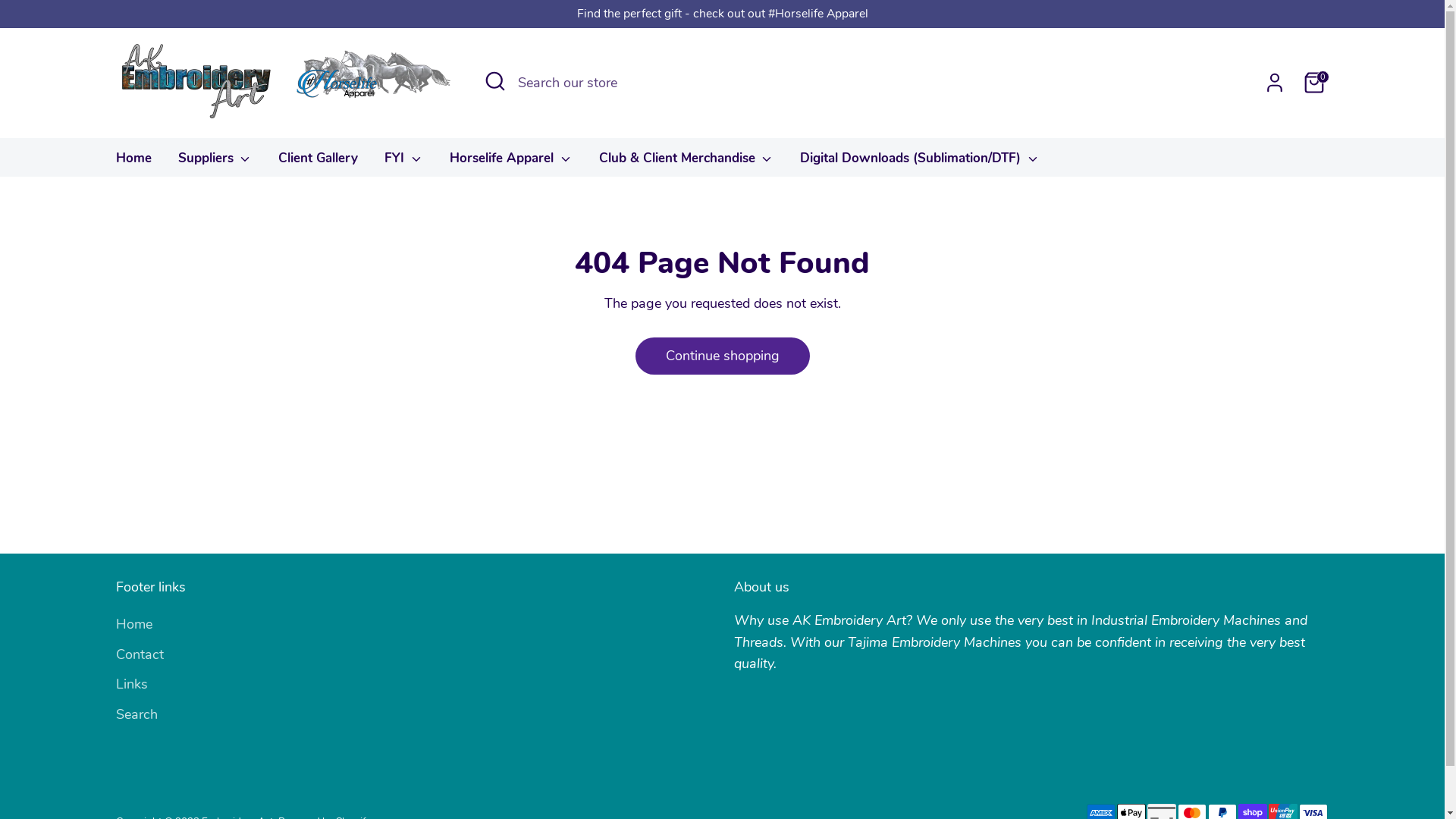  I want to click on 'Links', so click(115, 684).